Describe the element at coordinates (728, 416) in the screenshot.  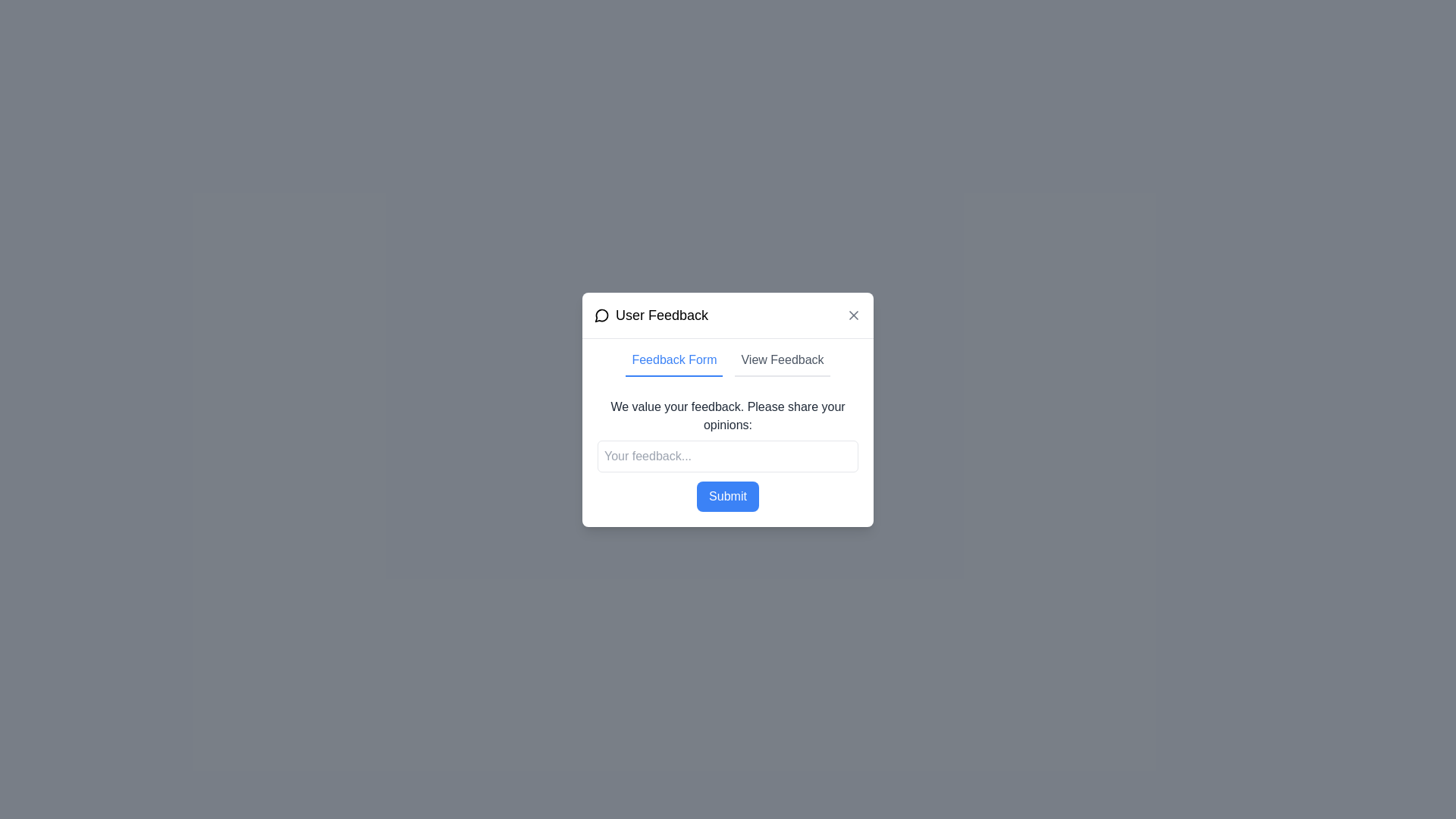
I see `prominently displayed static text block that says 'We value your feedback. Please share your opinions:' which is located in the central modal of the 'User Feedback' dialog box` at that location.